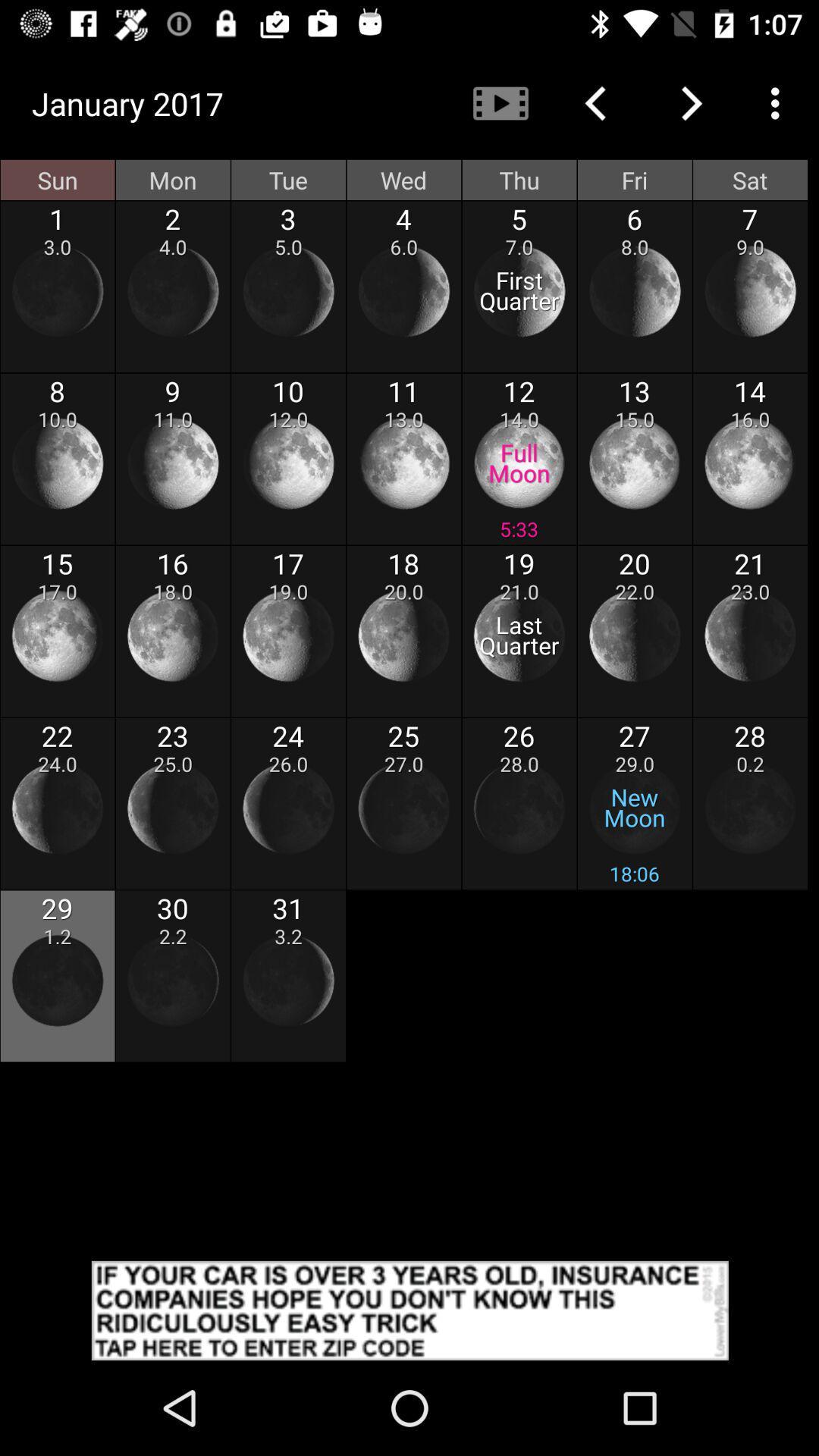 The width and height of the screenshot is (819, 1456). Describe the element at coordinates (409, 1310) in the screenshot. I see `banner` at that location.